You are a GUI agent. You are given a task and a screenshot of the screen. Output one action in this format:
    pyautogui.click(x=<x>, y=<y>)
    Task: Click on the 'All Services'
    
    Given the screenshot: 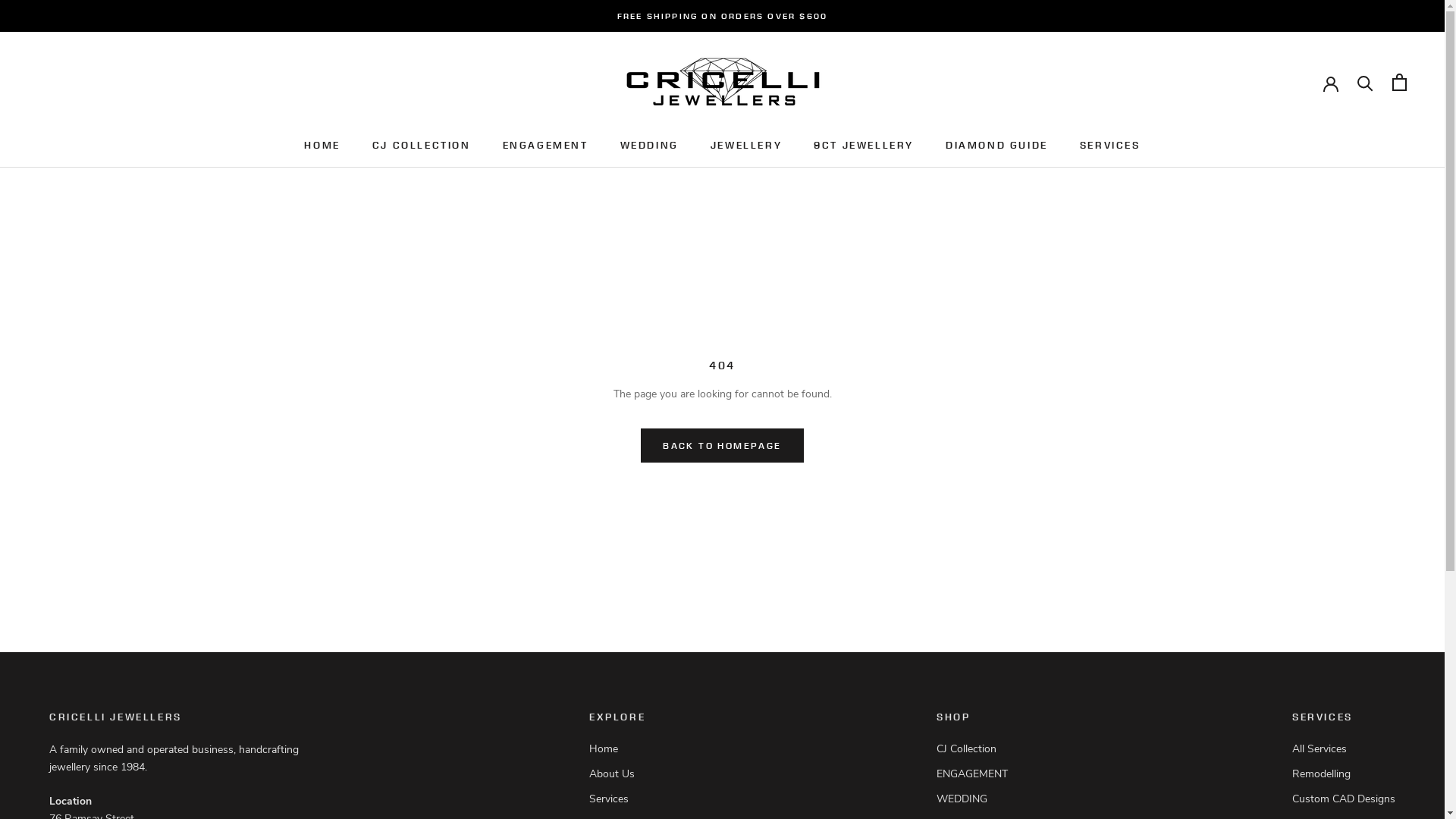 What is the action you would take?
    pyautogui.click(x=1291, y=748)
    